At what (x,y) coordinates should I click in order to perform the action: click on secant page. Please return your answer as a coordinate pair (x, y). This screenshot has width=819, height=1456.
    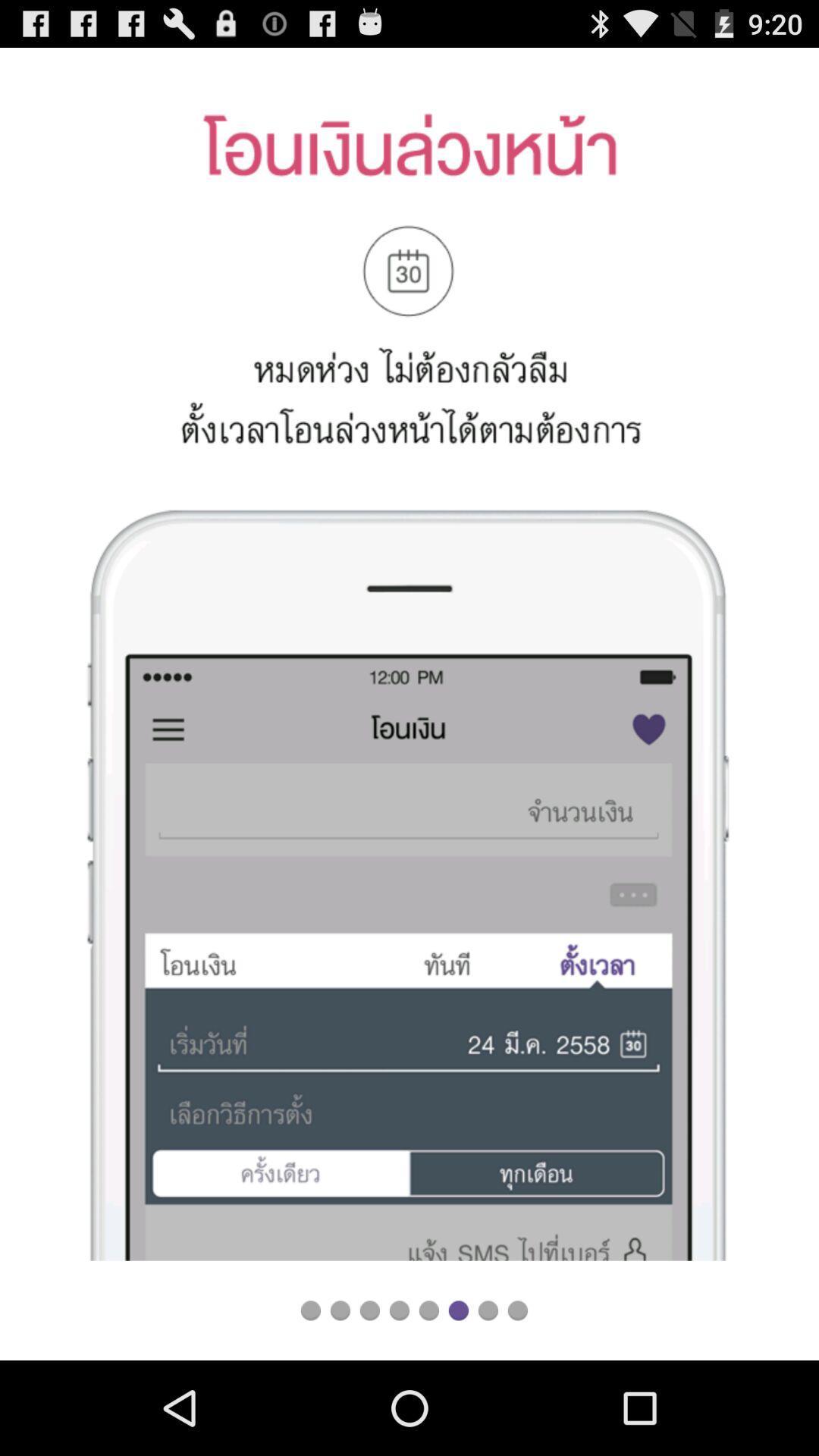
    Looking at the image, I should click on (339, 1310).